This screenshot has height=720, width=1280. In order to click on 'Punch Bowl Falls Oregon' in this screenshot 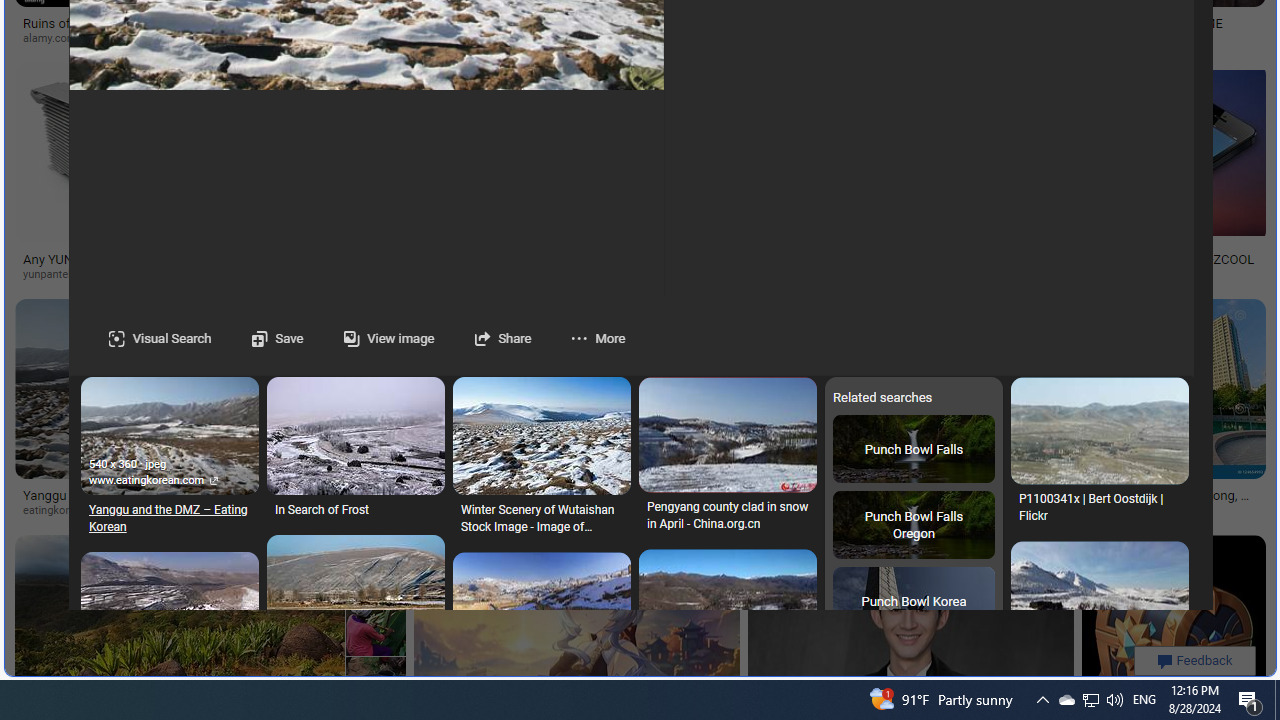, I will do `click(912, 524)`.